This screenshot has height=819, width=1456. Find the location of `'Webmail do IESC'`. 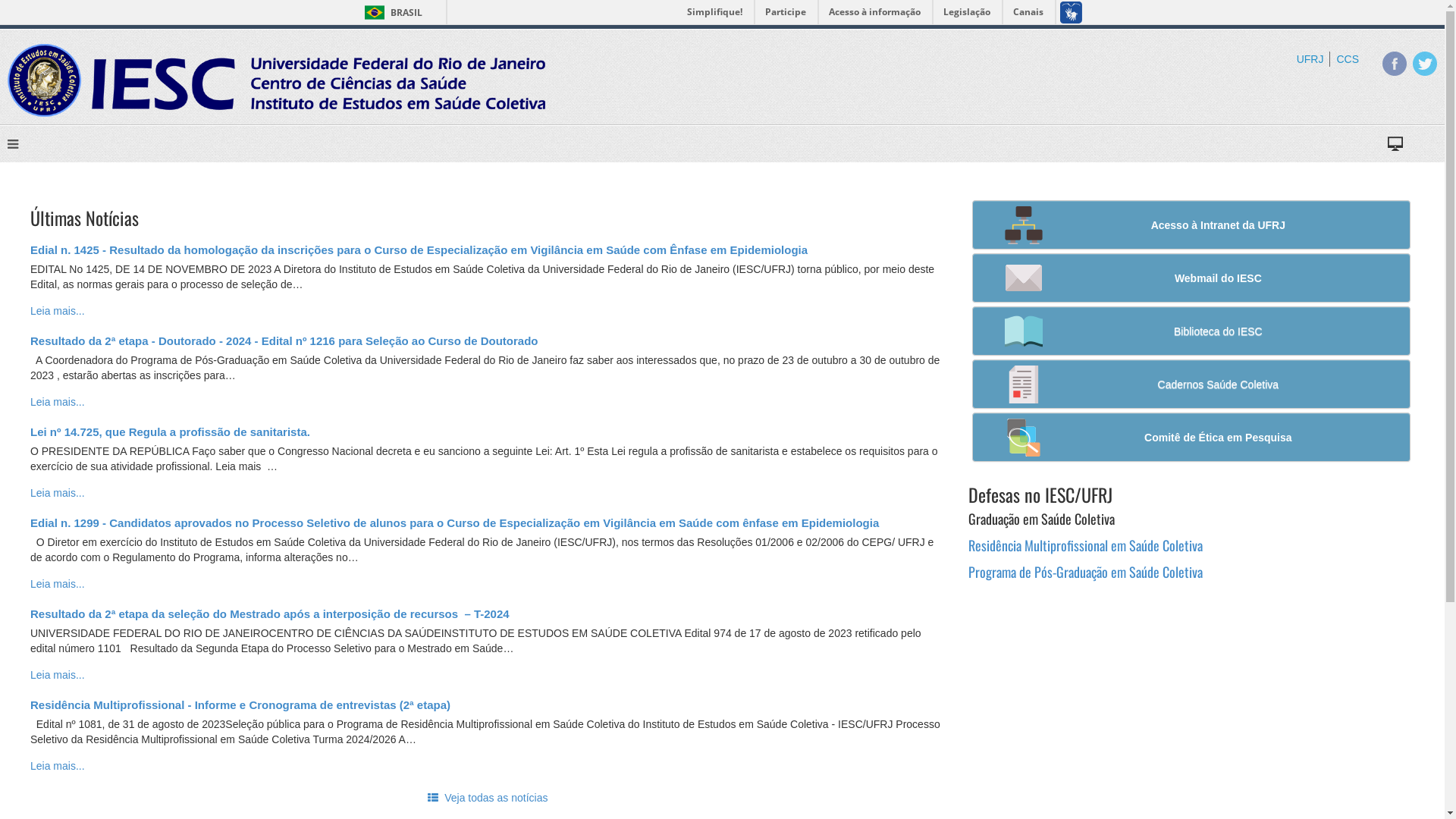

'Webmail do IESC' is located at coordinates (1190, 278).